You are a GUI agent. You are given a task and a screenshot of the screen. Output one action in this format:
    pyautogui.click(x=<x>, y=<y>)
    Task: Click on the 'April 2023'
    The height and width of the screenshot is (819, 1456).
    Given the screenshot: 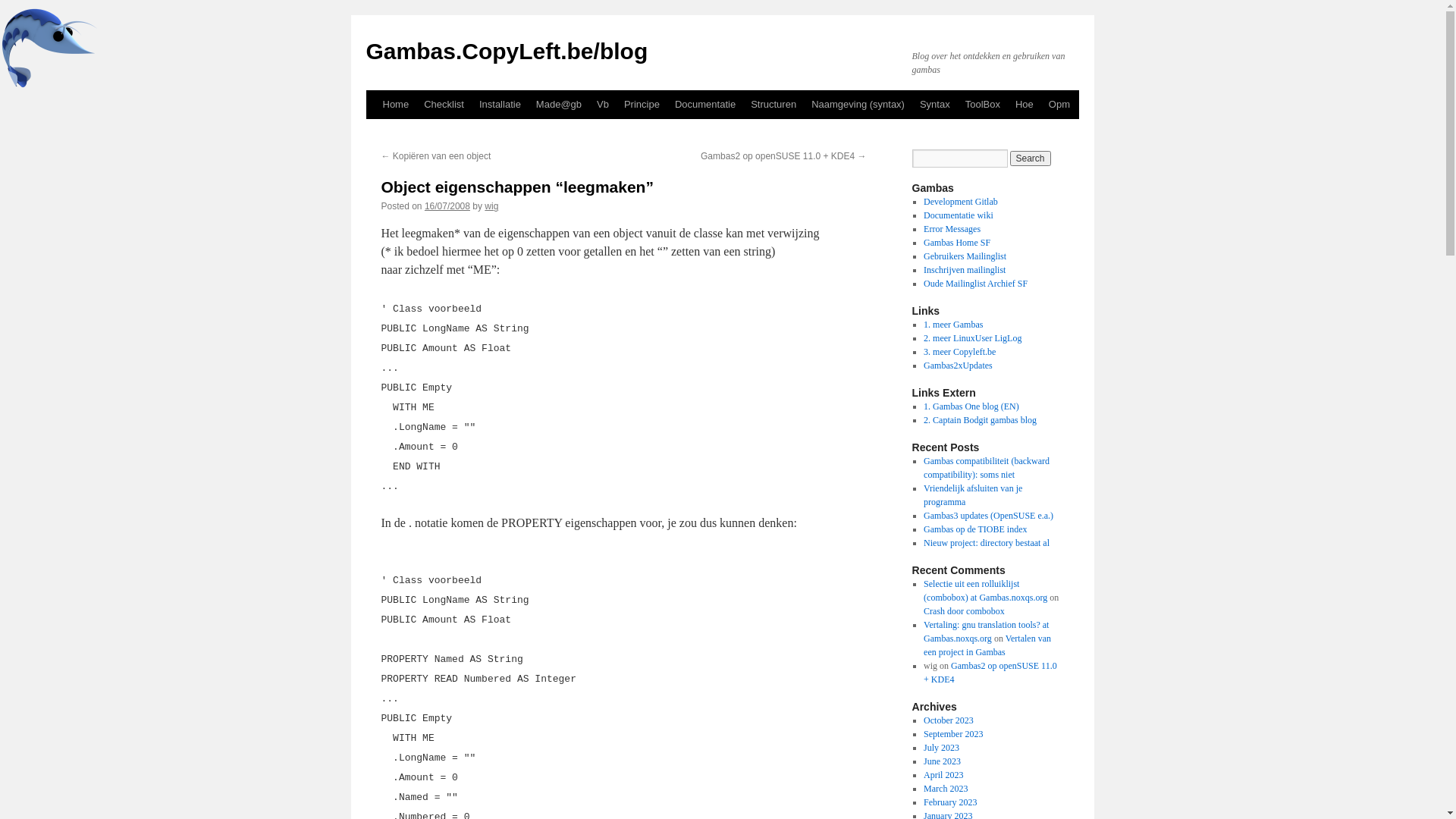 What is the action you would take?
    pyautogui.click(x=942, y=775)
    